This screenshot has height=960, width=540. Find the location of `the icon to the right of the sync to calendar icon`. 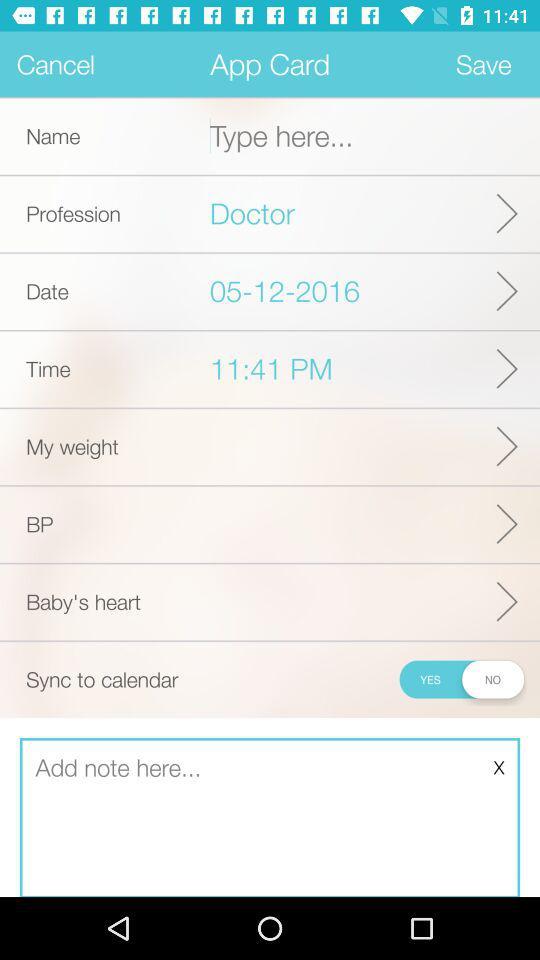

the icon to the right of the sync to calendar icon is located at coordinates (461, 679).